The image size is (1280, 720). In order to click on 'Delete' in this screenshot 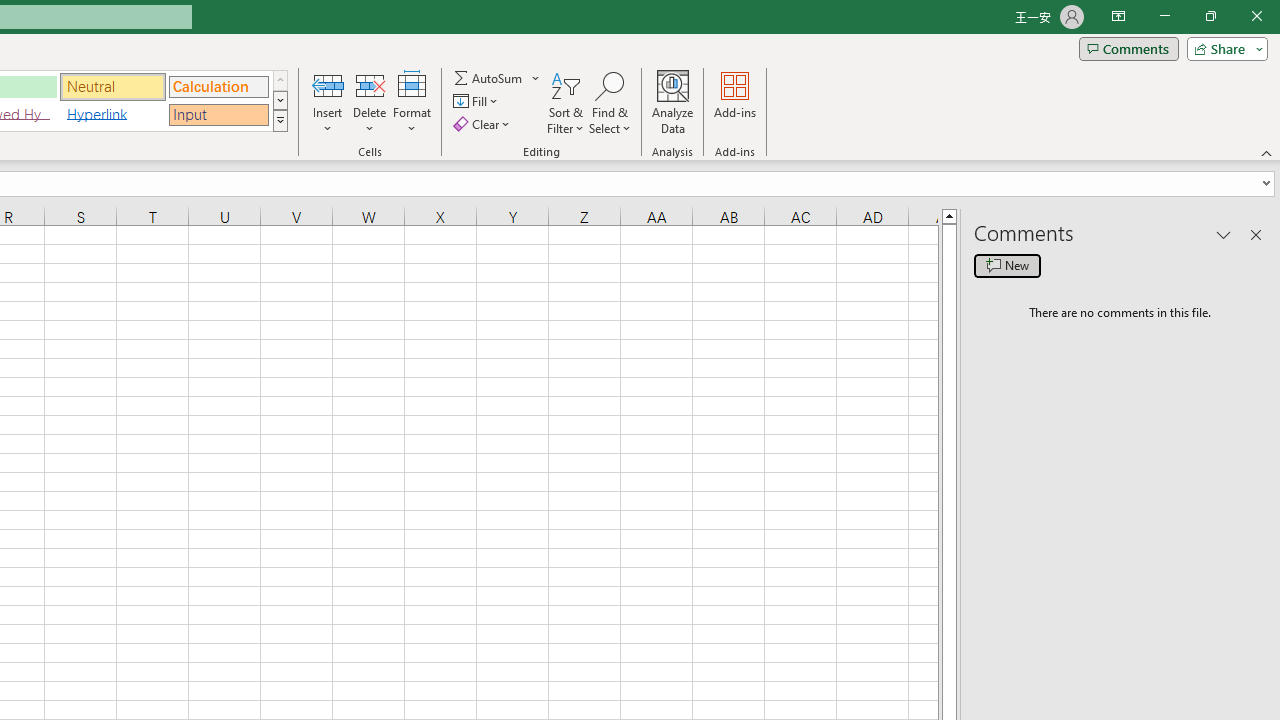, I will do `click(369, 103)`.